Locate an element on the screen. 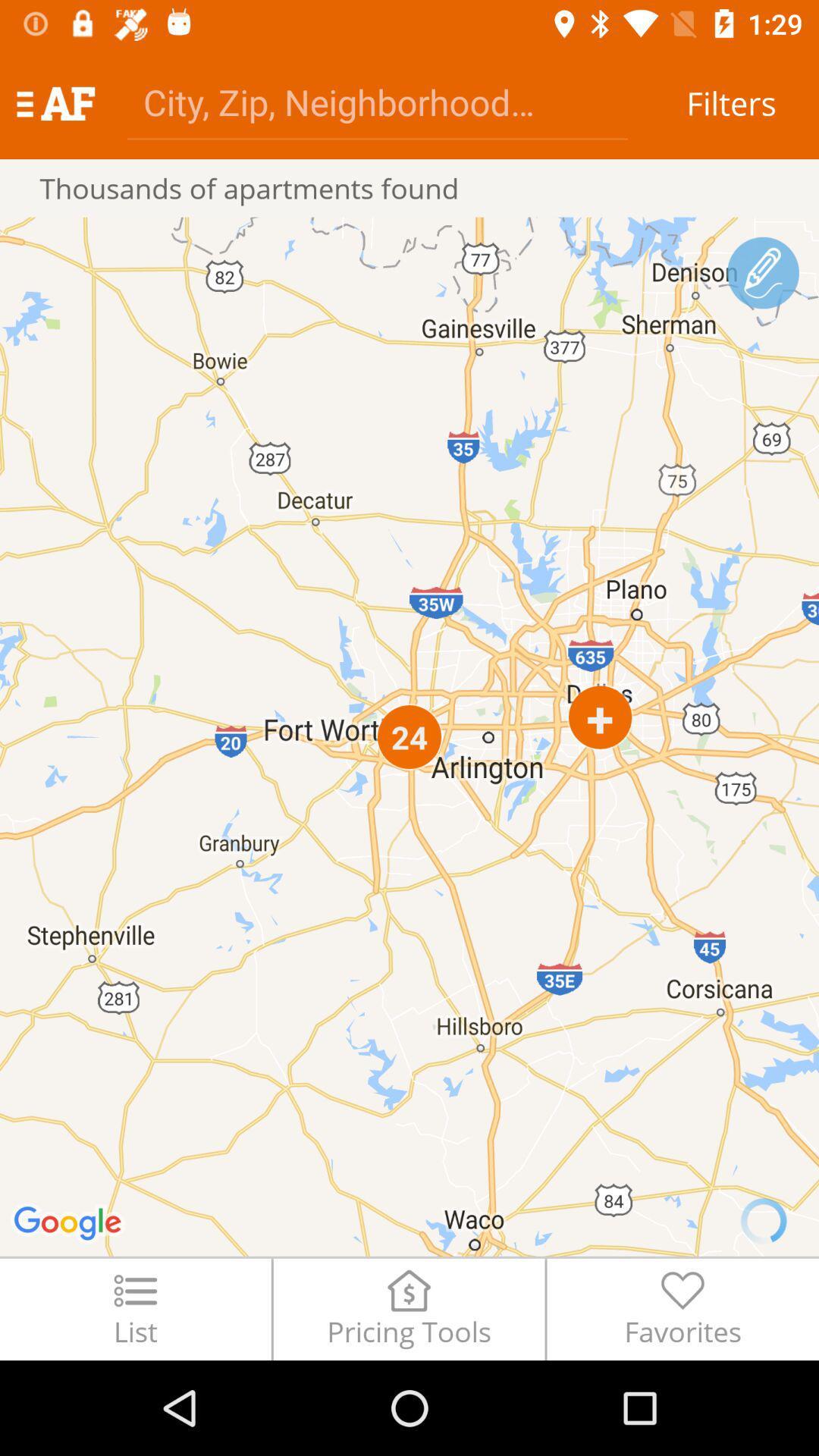 The width and height of the screenshot is (819, 1456). the item next to the pricing tools is located at coordinates (134, 1308).